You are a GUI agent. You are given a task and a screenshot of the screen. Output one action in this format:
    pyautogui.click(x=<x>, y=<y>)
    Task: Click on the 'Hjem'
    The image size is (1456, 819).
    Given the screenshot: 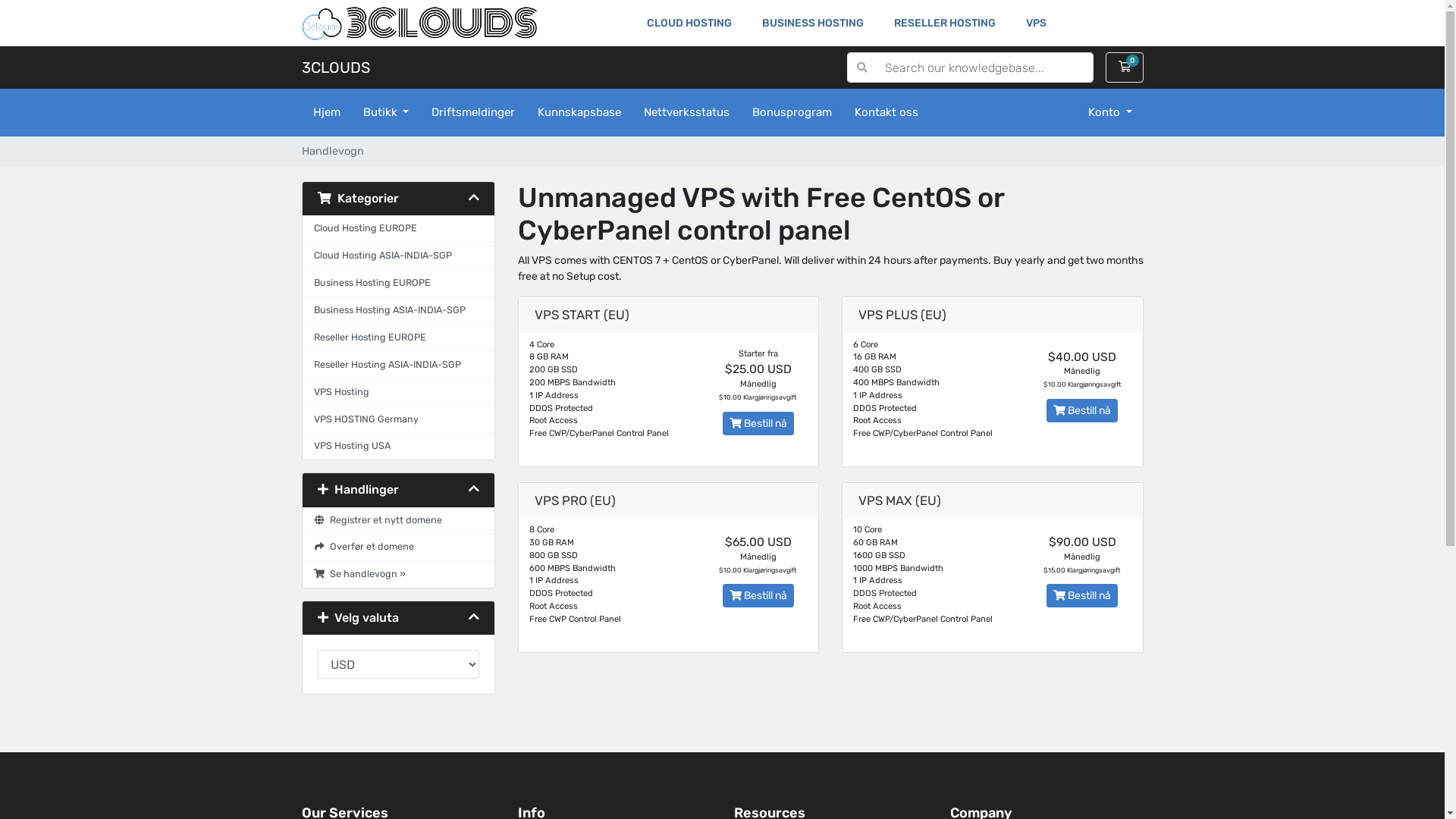 What is the action you would take?
    pyautogui.click(x=326, y=111)
    